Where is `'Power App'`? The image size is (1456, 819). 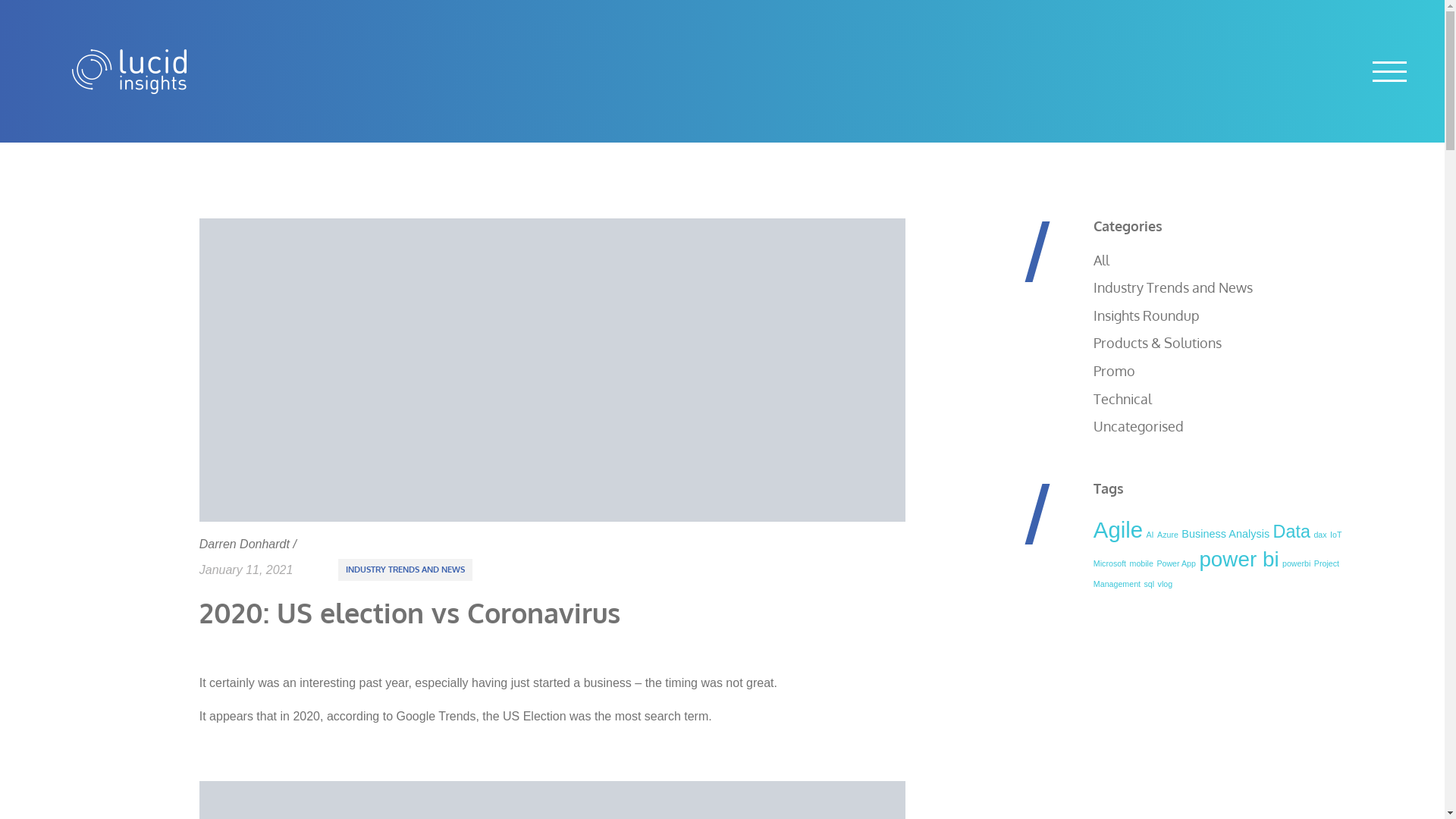 'Power App' is located at coordinates (1175, 563).